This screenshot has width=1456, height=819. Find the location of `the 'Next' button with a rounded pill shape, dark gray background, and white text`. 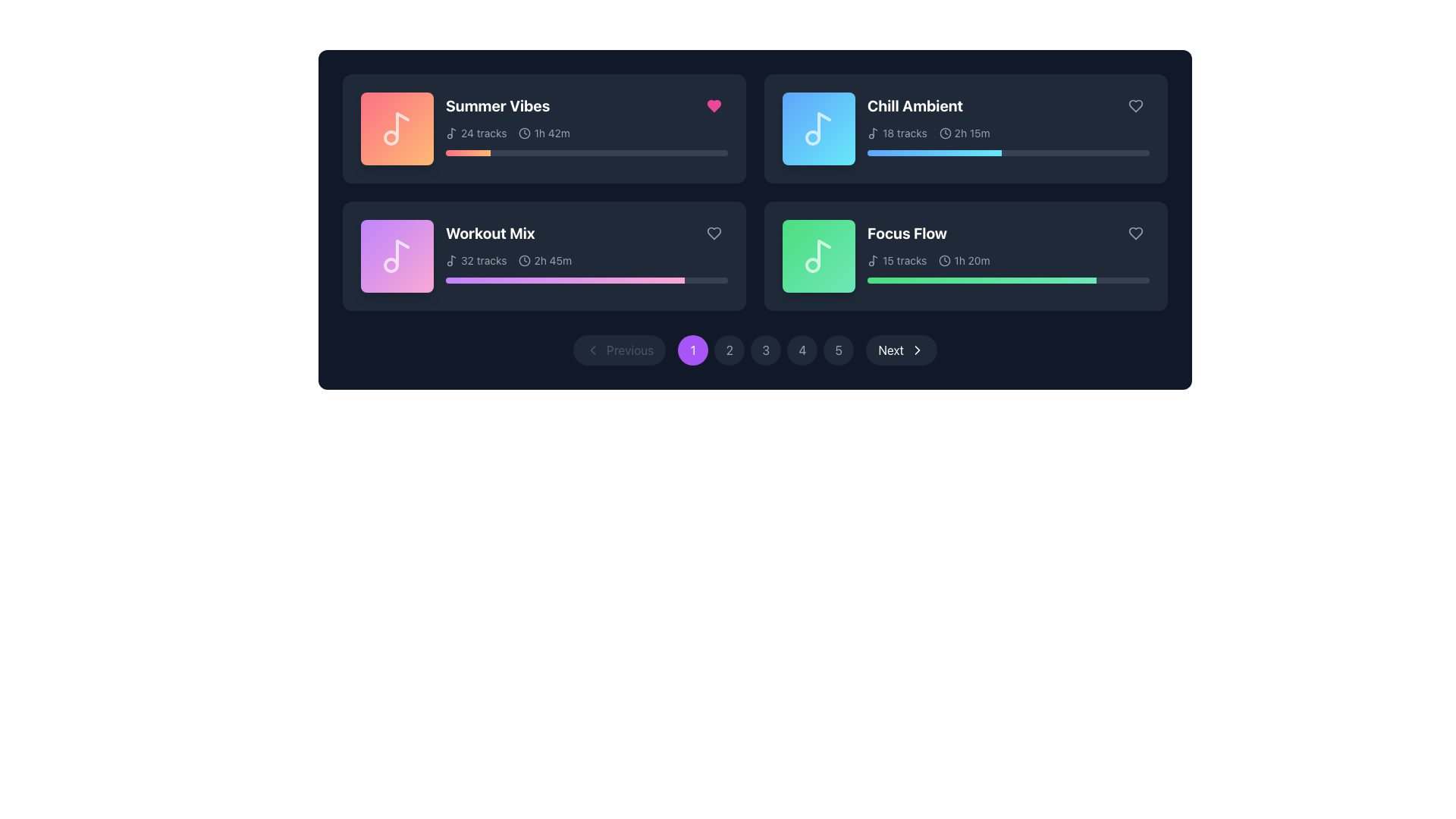

the 'Next' button with a rounded pill shape, dark gray background, and white text is located at coordinates (902, 350).